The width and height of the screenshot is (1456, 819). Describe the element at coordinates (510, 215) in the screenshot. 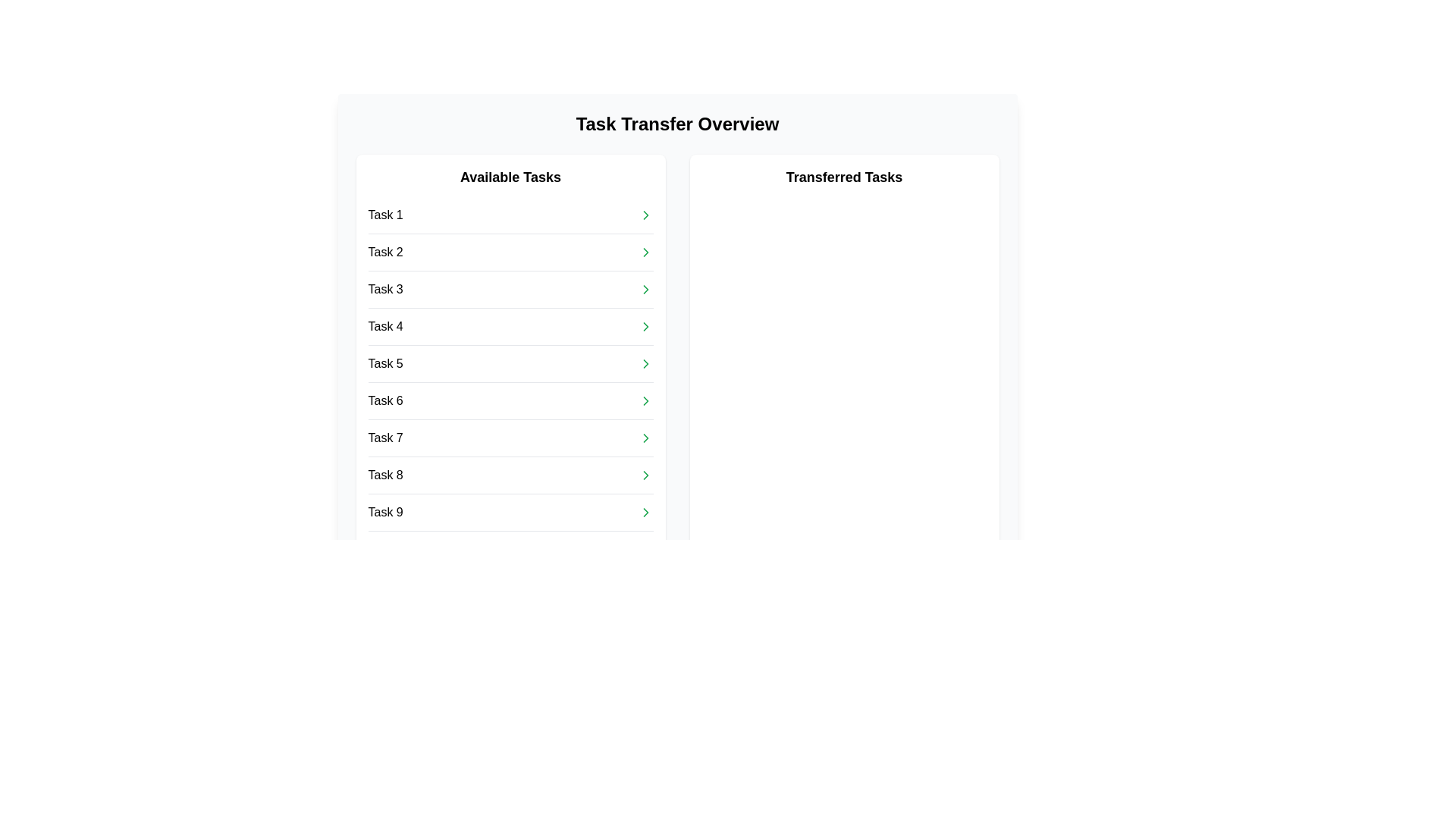

I see `the selectable task labeled 'Task 1' in the 'Available Tasks' section` at that location.